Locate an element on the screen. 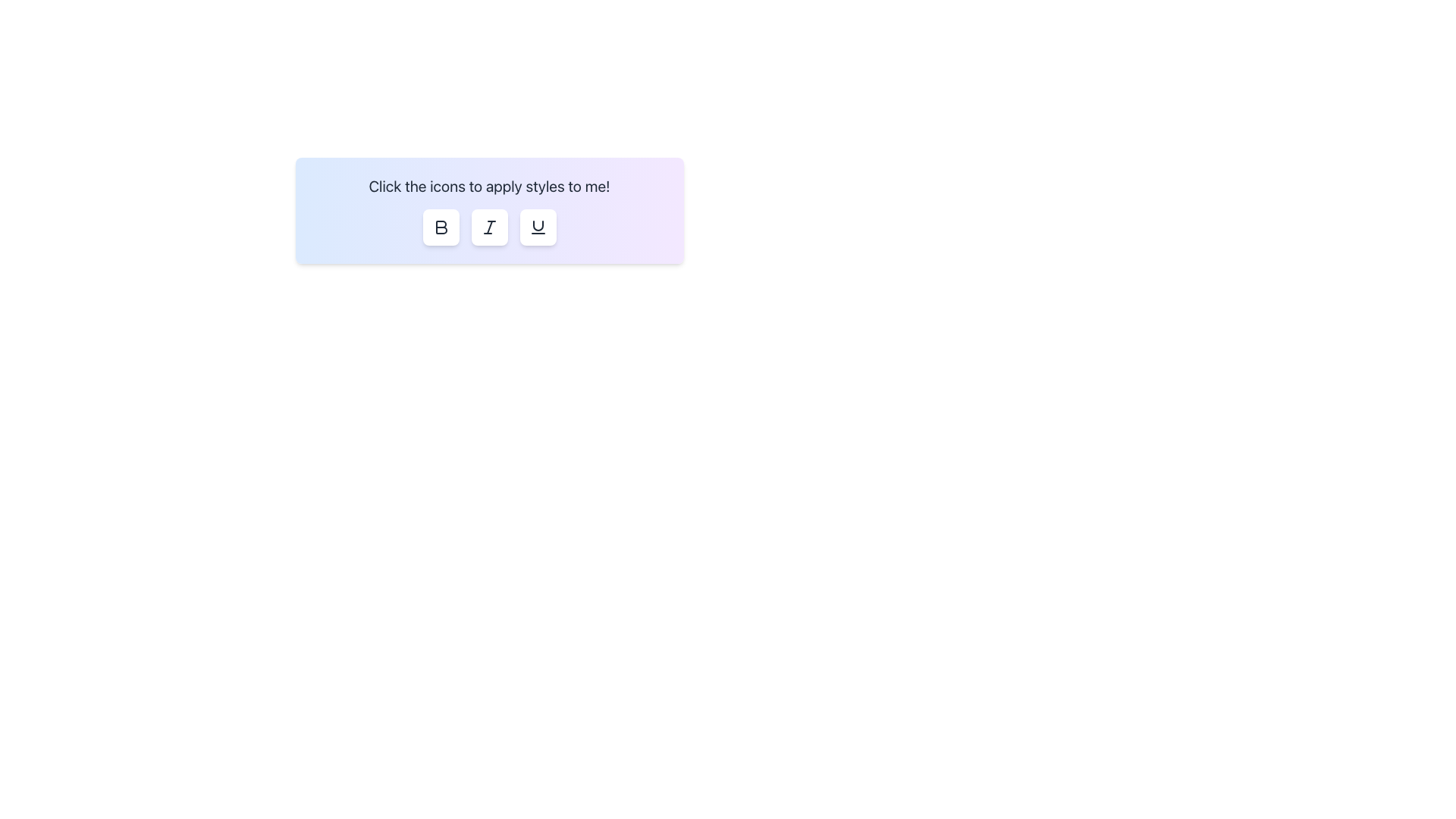 Image resolution: width=1456 pixels, height=819 pixels. the vector graphic representing a curved line segment, which is positioned between an italicized 'I' icon and a button labeled 'U' is located at coordinates (538, 225).